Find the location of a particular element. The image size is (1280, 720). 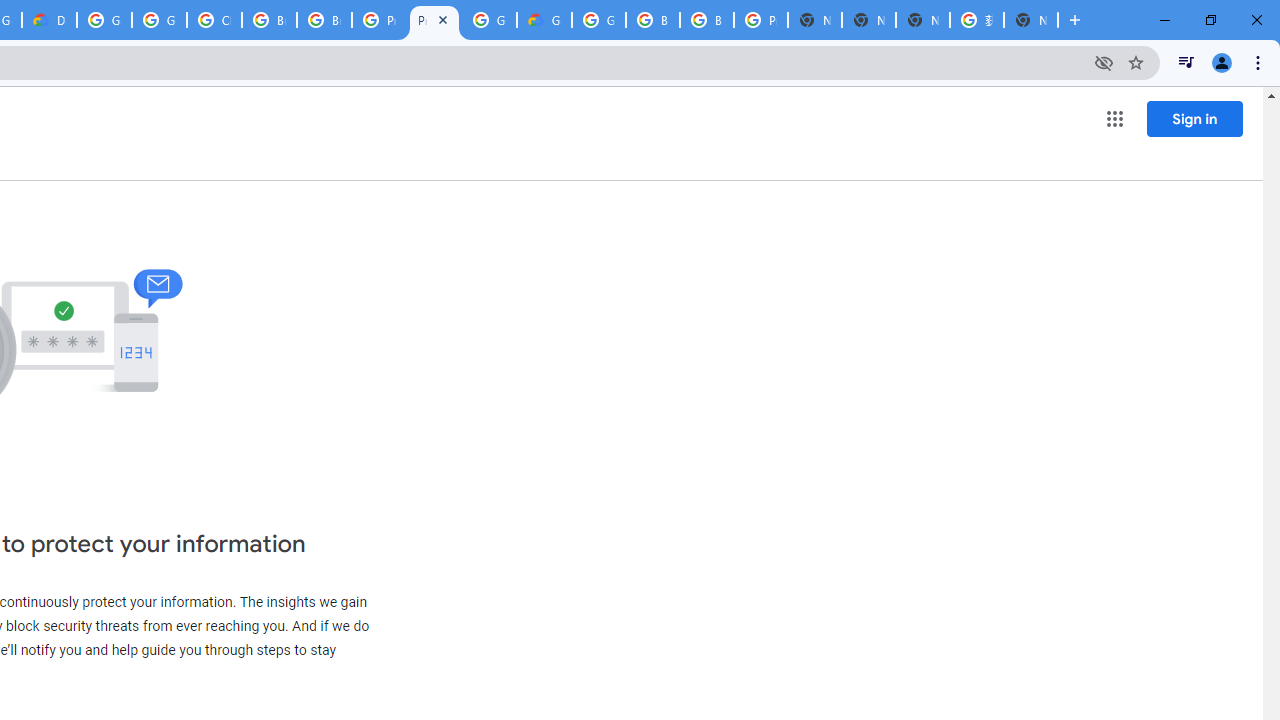

'Sign in' is located at coordinates (1194, 118).